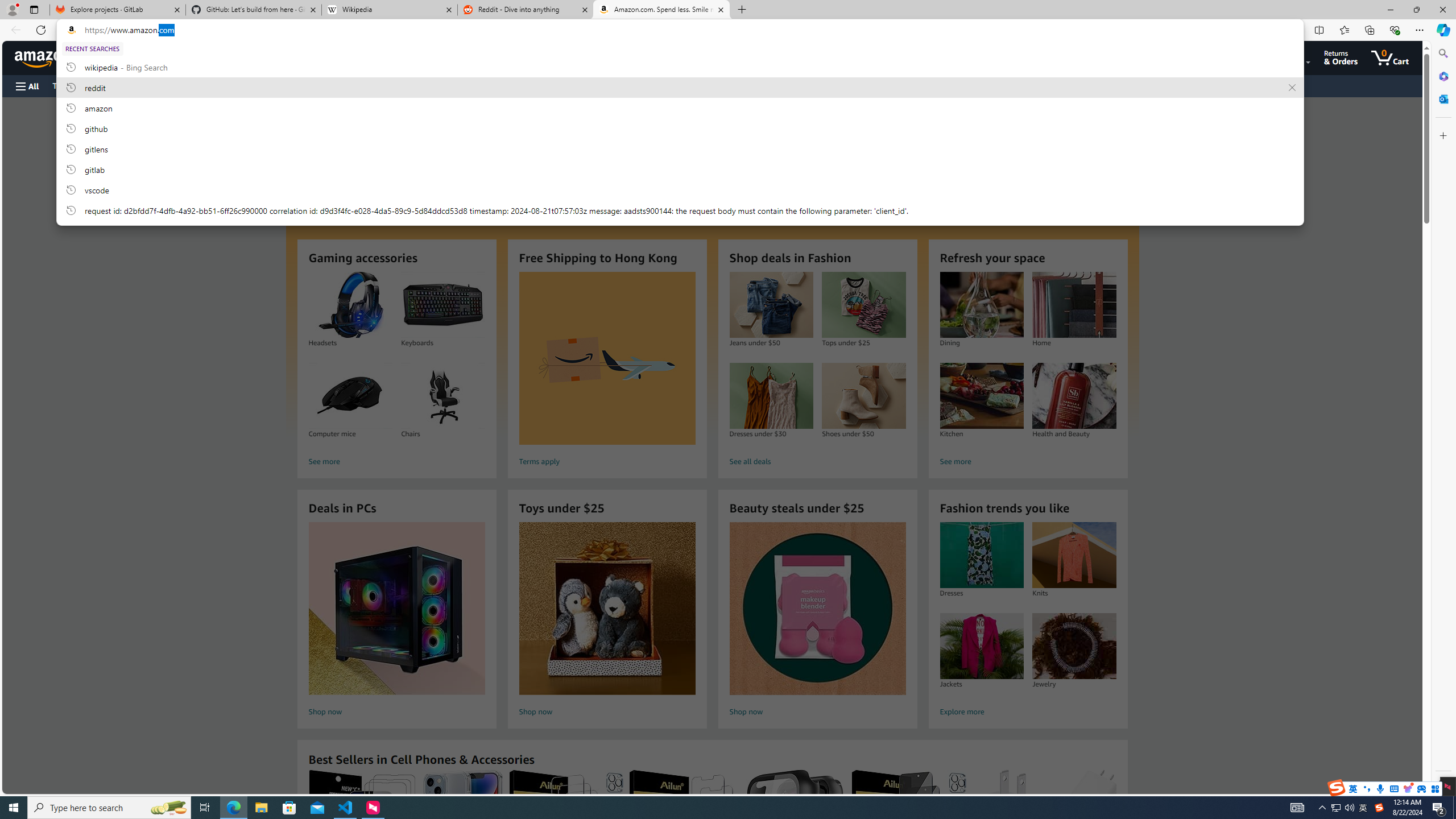 The height and width of the screenshot is (819, 1456). What do you see at coordinates (864, 305) in the screenshot?
I see `'Tops under $25'` at bounding box center [864, 305].